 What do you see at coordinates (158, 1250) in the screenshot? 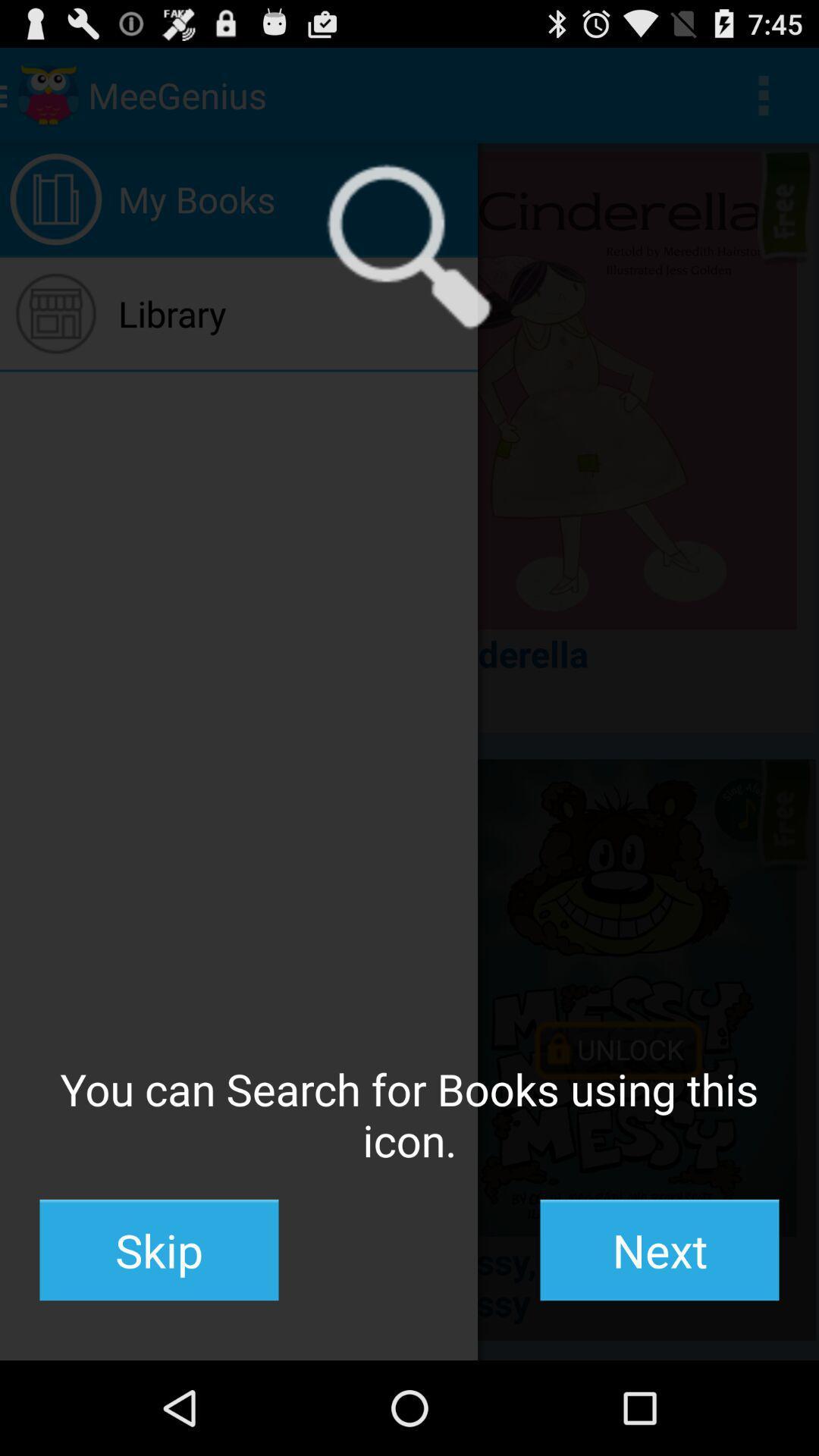
I see `the button next to the next button` at bounding box center [158, 1250].